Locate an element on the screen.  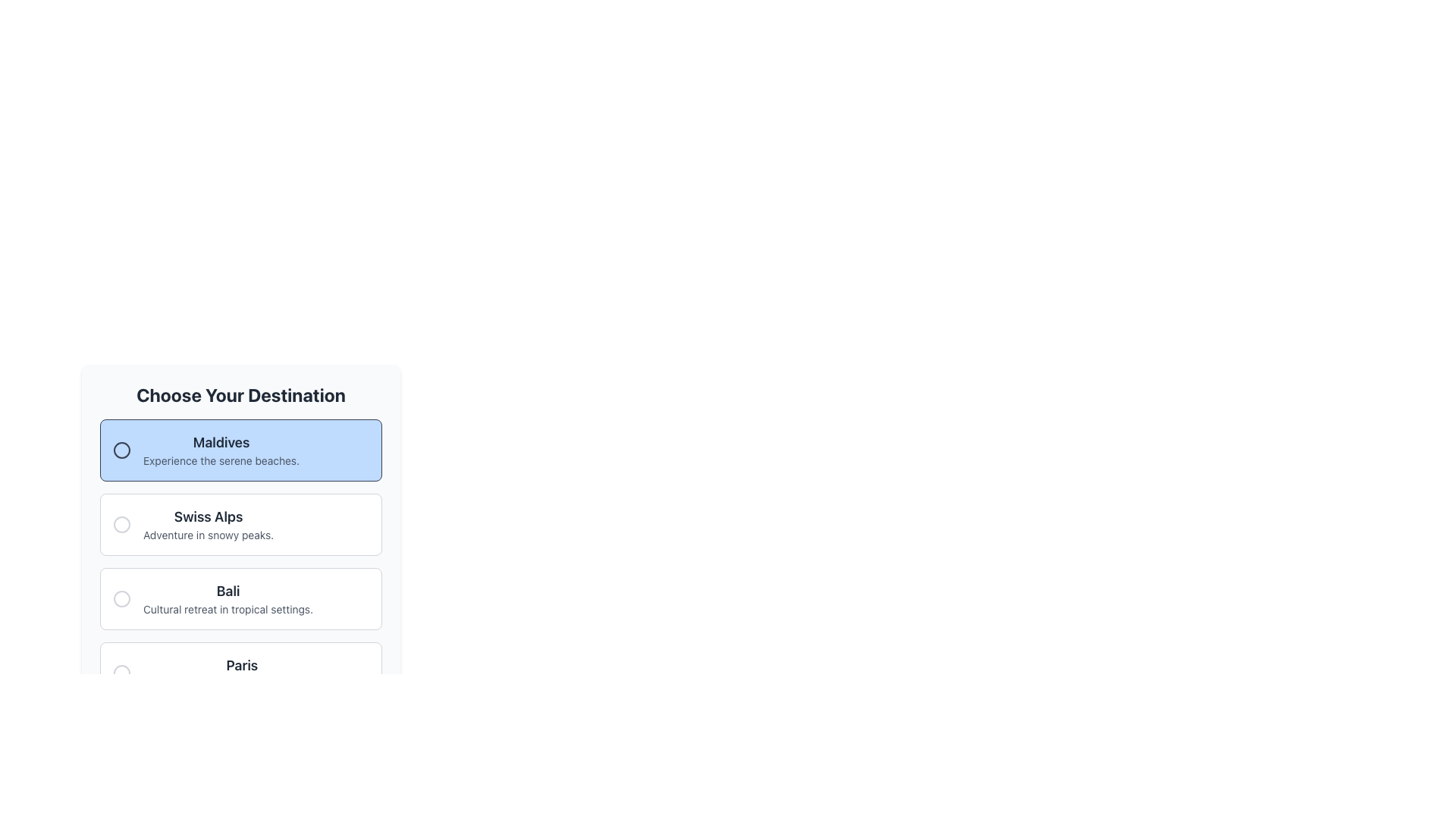
the 'Bali' text label that serves as the title for the destination option is located at coordinates (227, 590).